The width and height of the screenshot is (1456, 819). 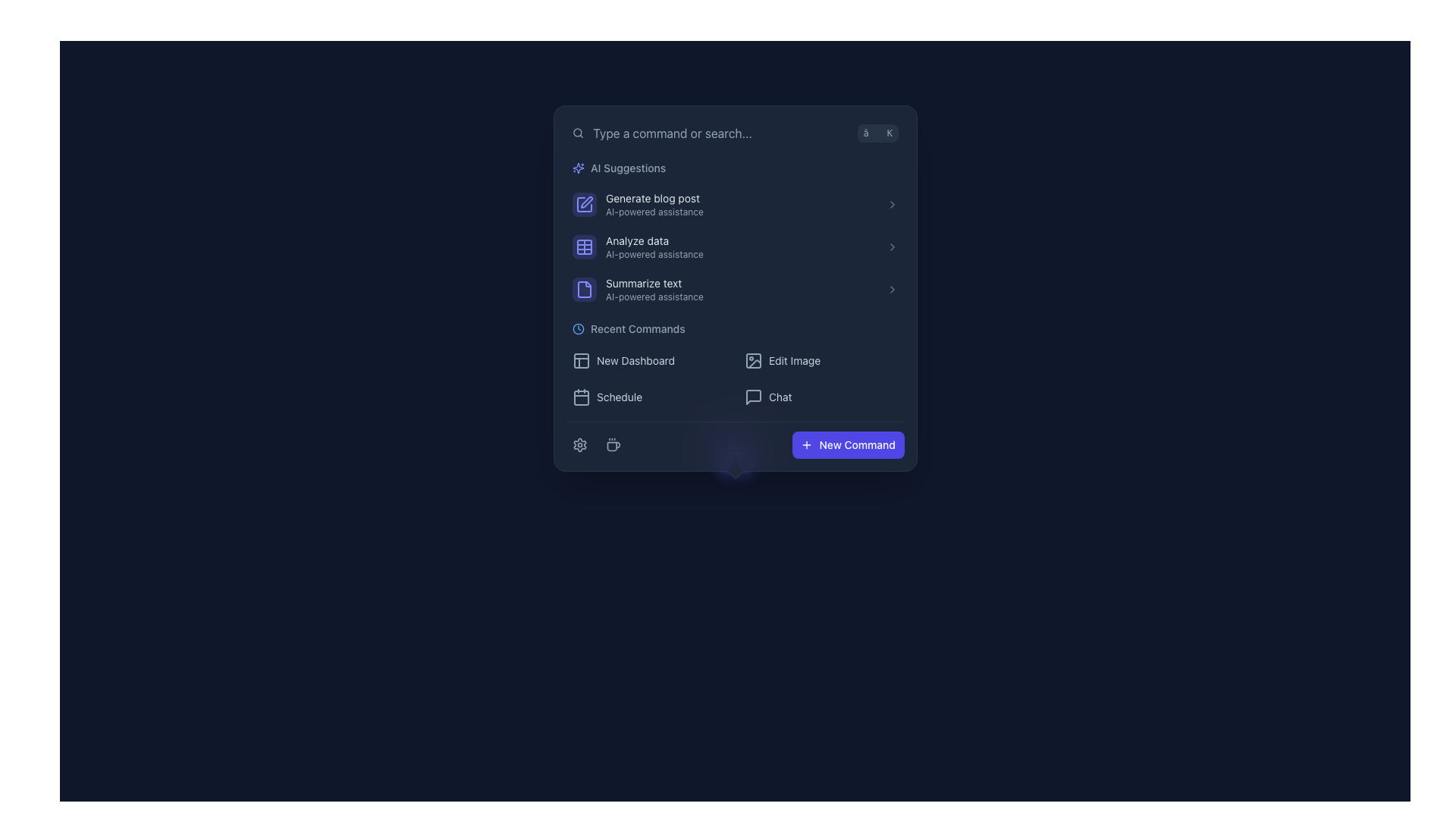 I want to click on the lens component of the search icon, which represents the search functionality and is located in the top-left corner of the panel interface adjacent to the search bar, so click(x=576, y=132).